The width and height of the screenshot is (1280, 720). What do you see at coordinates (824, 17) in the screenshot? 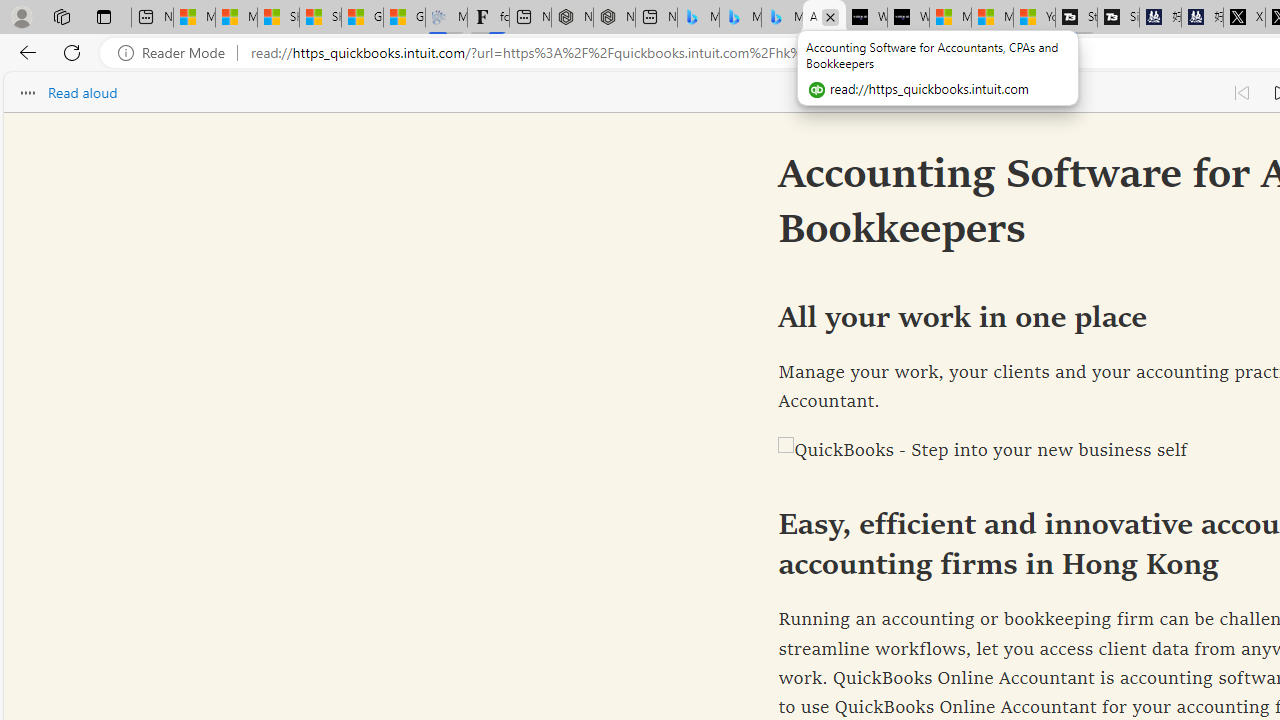
I see `'Accounting Software for Accountants, CPAs and Bookkeepers'` at bounding box center [824, 17].